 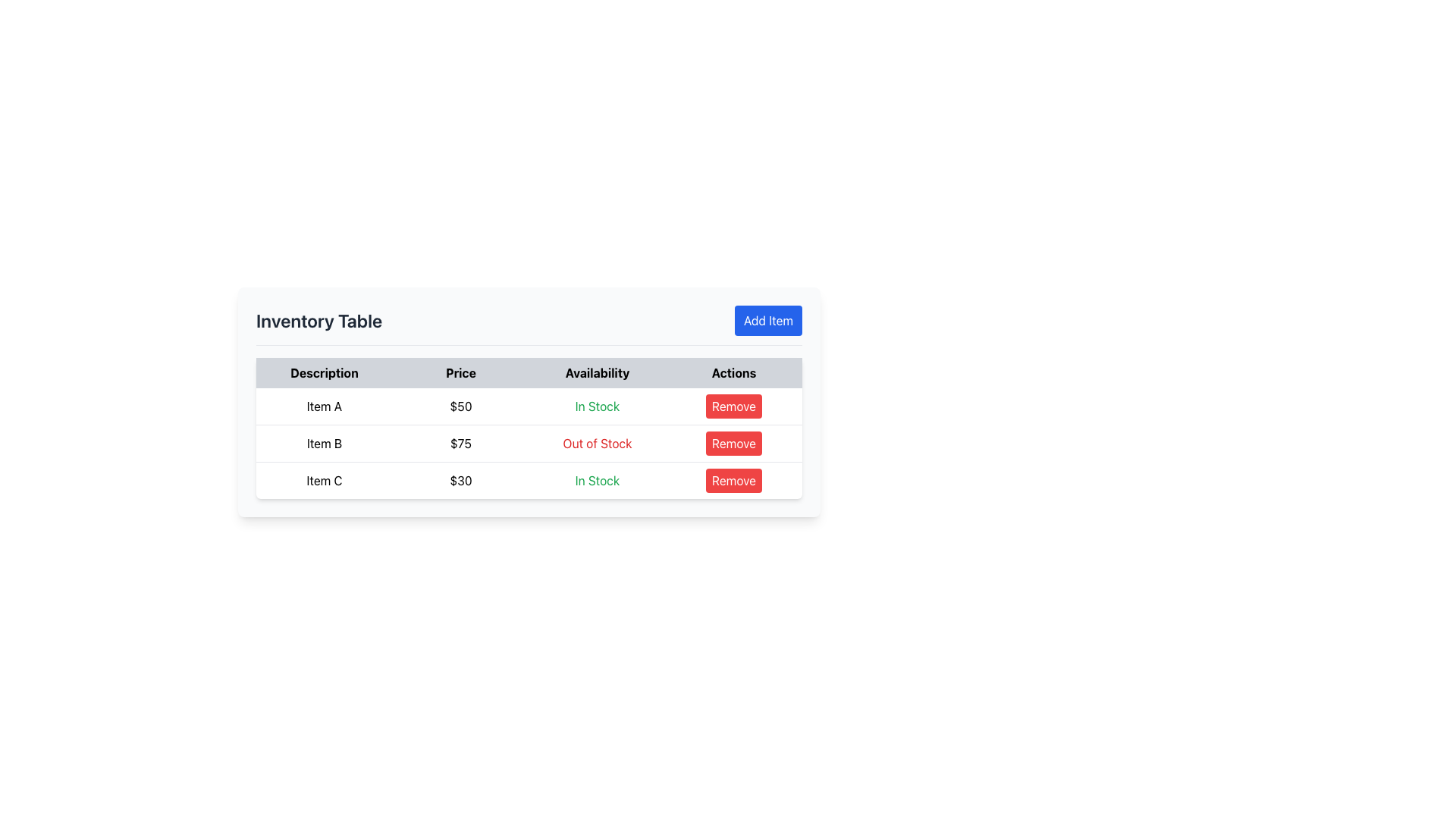 What do you see at coordinates (596, 479) in the screenshot?
I see `static text element 'In Stock' styled in green font located in the 'Availability' column of the third row in the inventory table` at bounding box center [596, 479].